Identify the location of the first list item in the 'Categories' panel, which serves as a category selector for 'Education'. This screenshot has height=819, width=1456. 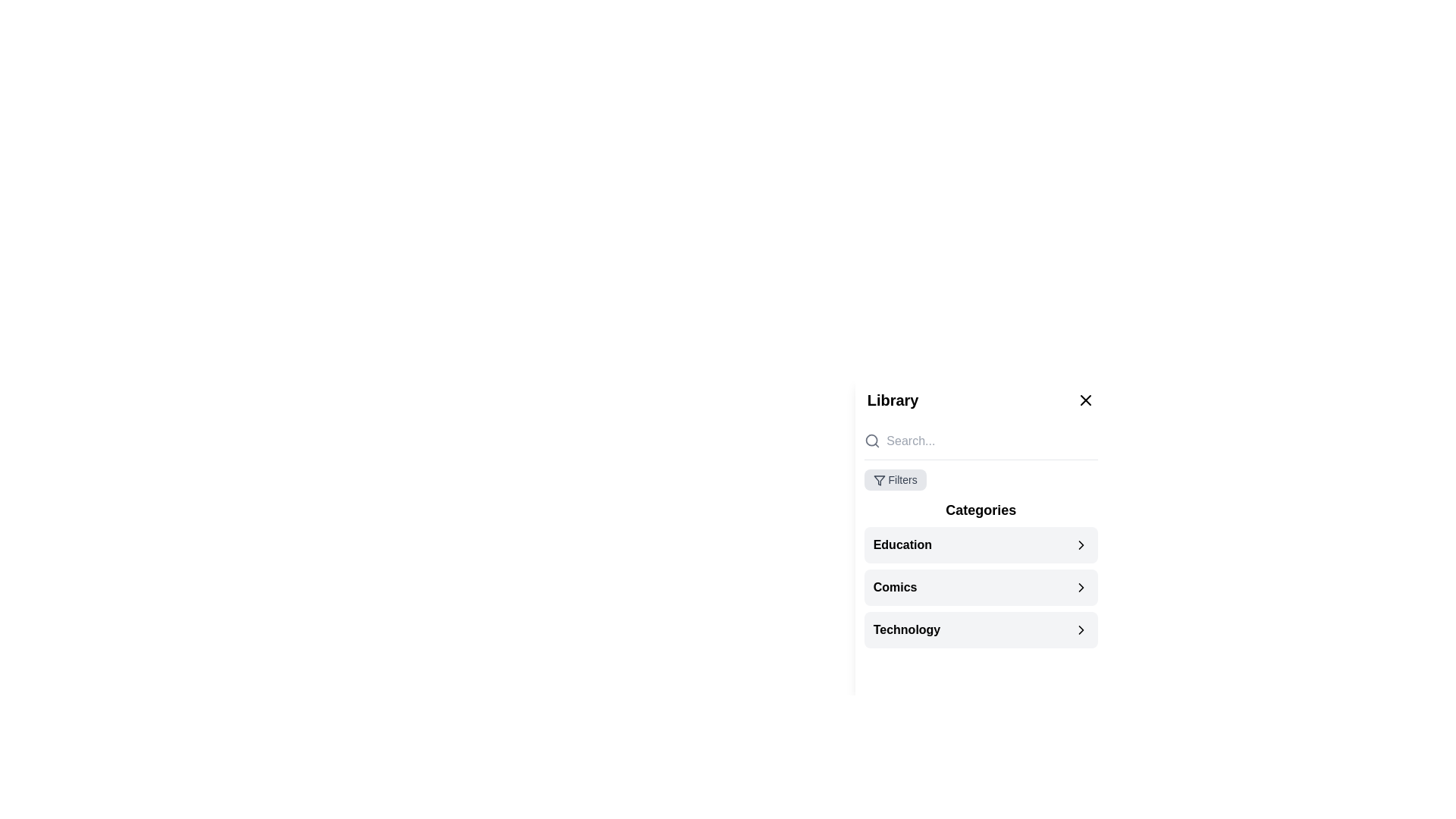
(981, 535).